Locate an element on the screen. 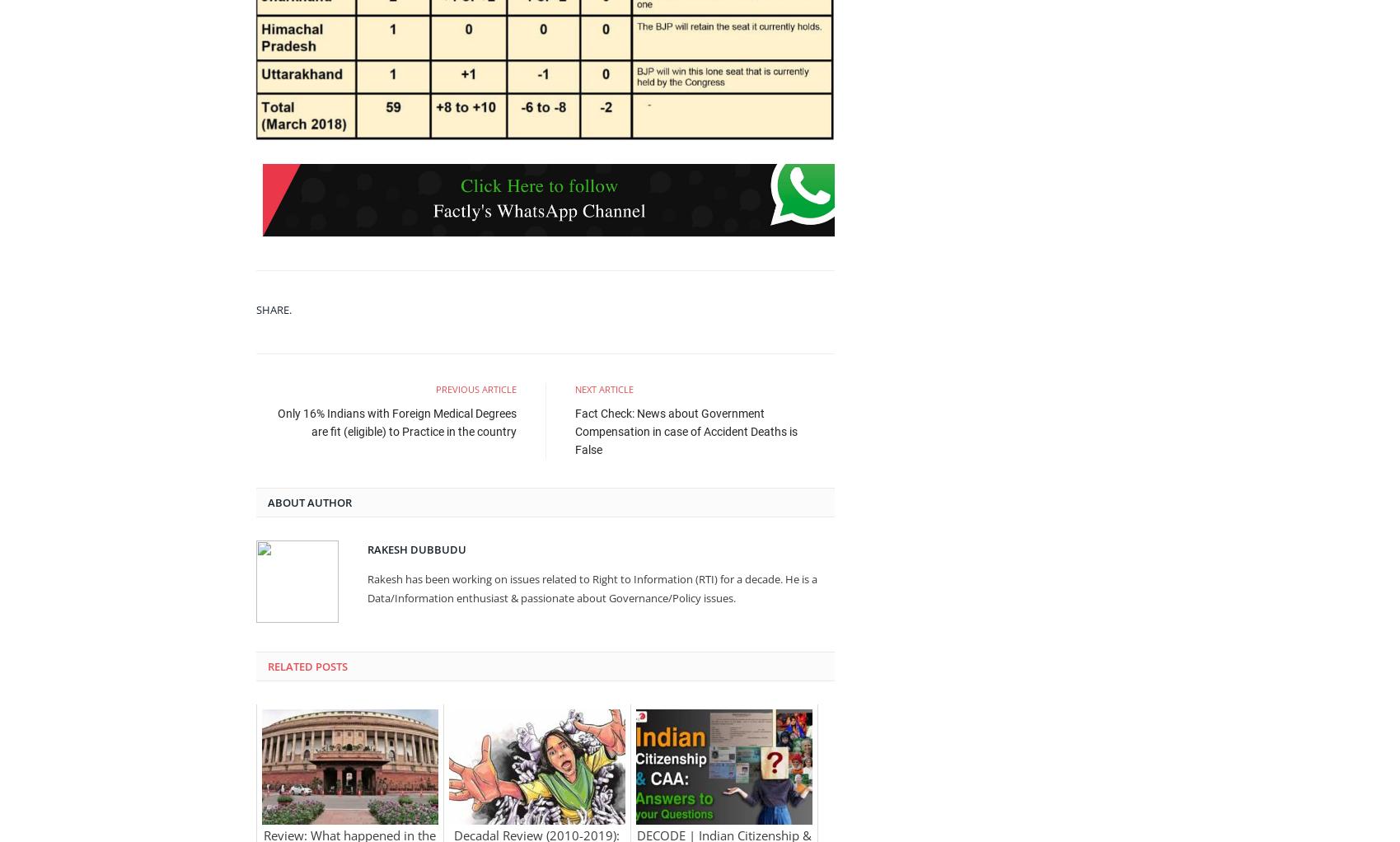  'Share.' is located at coordinates (272, 307).